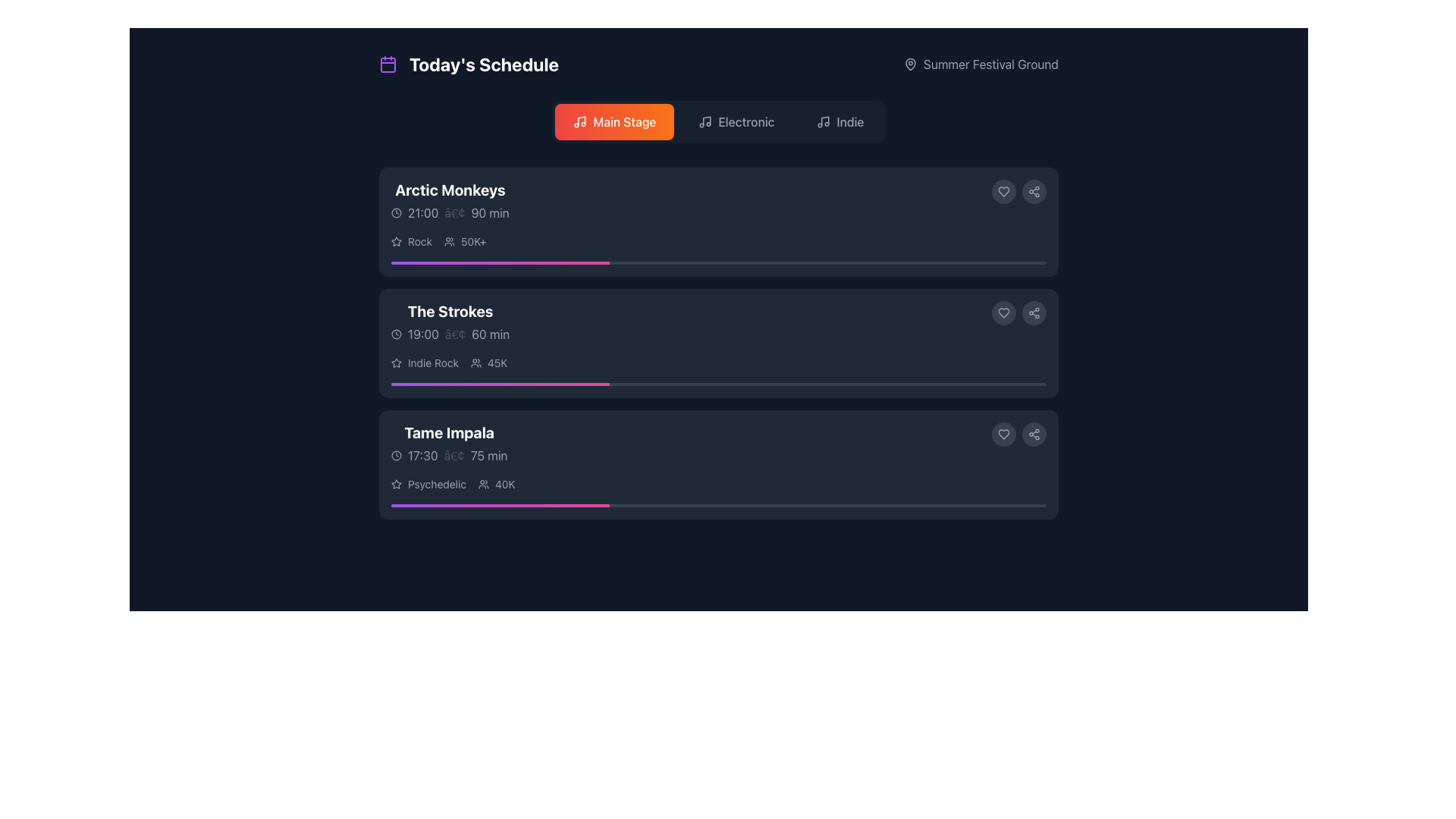 The height and width of the screenshot is (819, 1456). Describe the element at coordinates (1004, 191) in the screenshot. I see `the heart-shaped icon filled in dark color located on the right side of the top card in a stacked card layout` at that location.